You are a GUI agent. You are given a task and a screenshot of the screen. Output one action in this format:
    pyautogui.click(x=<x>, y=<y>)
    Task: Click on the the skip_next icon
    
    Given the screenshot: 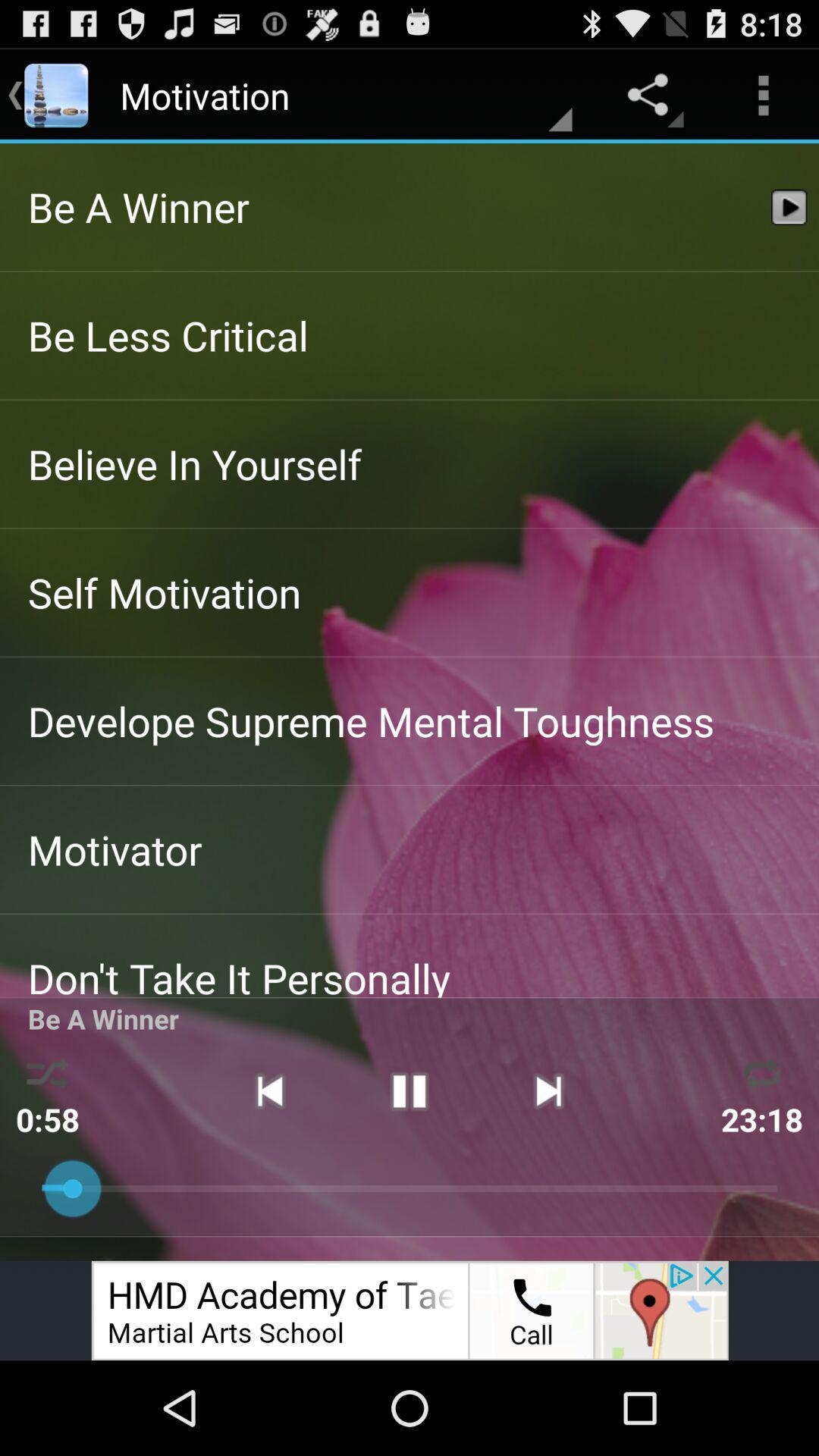 What is the action you would take?
    pyautogui.click(x=548, y=1166)
    